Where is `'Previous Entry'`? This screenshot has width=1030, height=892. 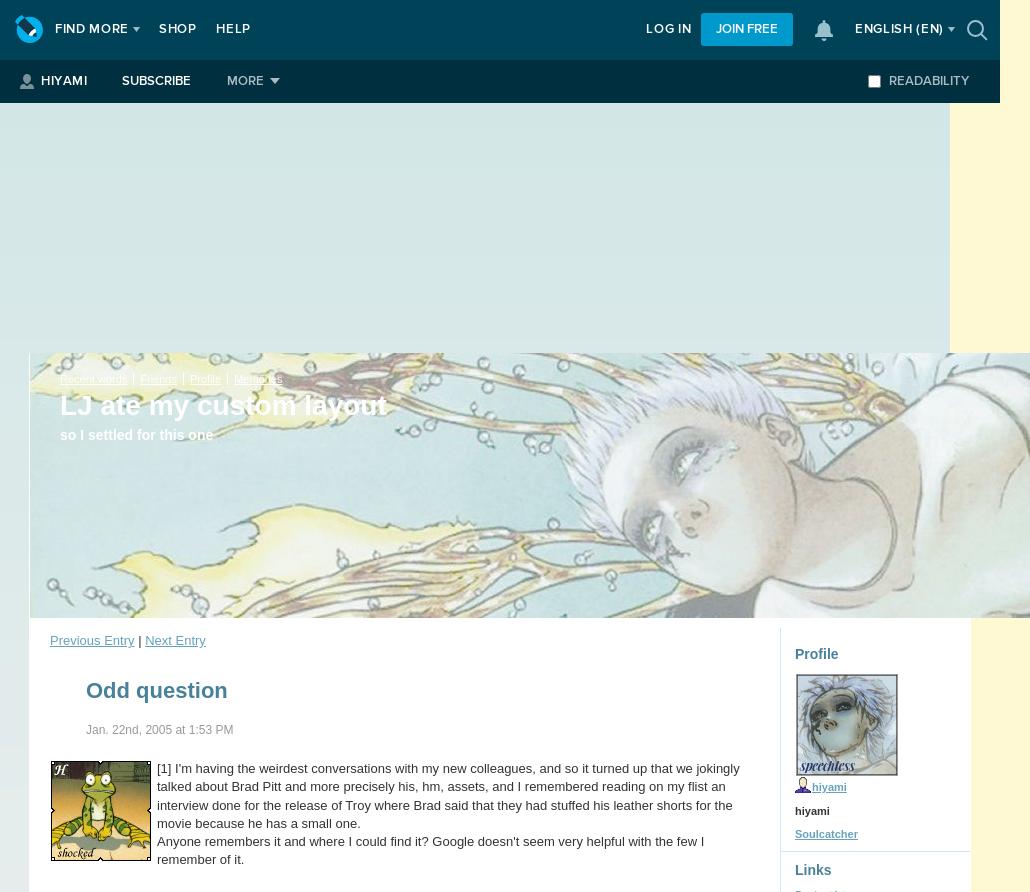 'Previous Entry' is located at coordinates (90, 639).